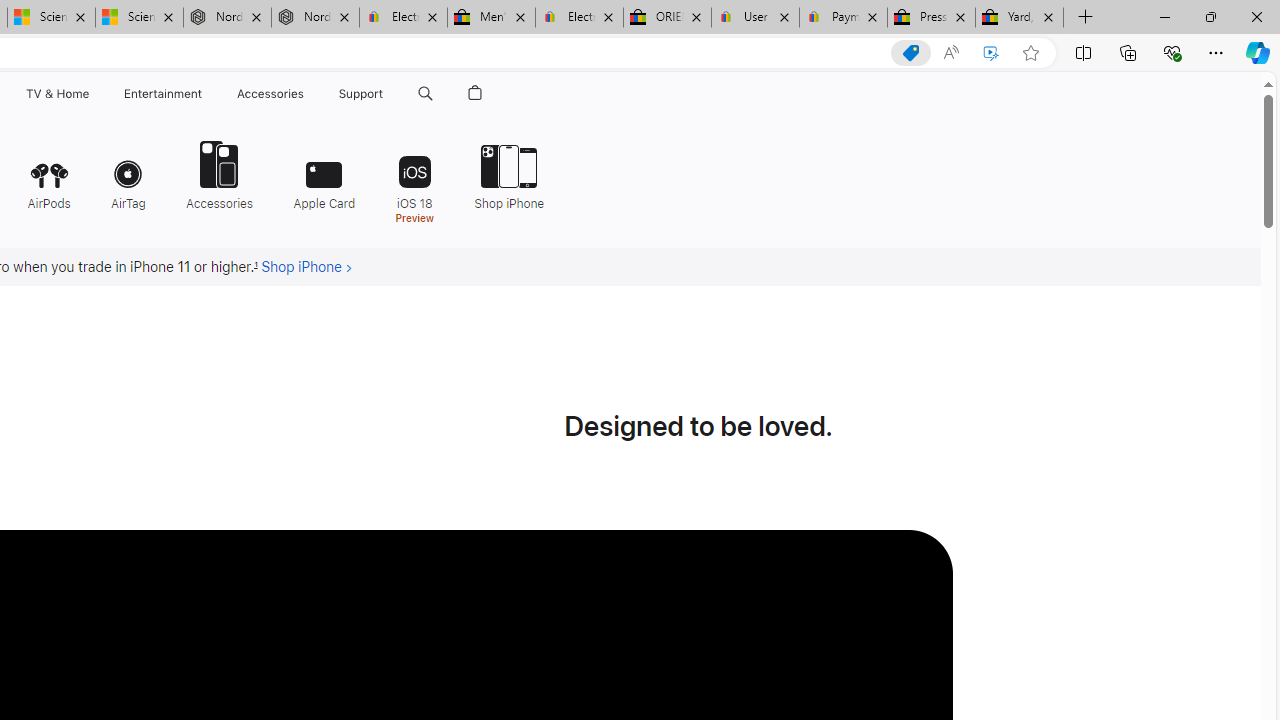 This screenshot has width=1280, height=720. What do you see at coordinates (206, 93) in the screenshot?
I see `'Entertainment menu'` at bounding box center [206, 93].